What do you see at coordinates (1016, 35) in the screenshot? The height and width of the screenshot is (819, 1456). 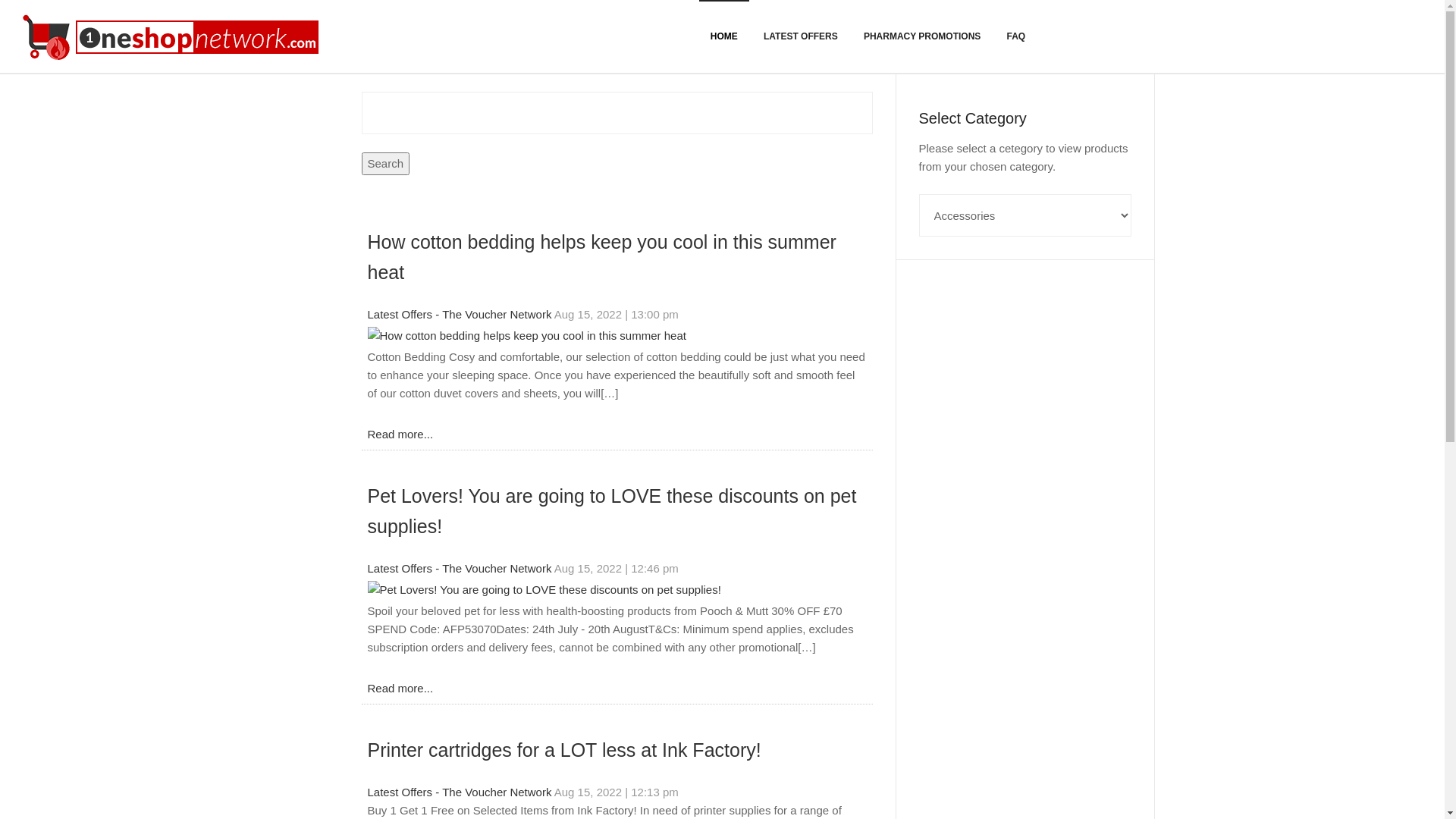 I see `'FAQ'` at bounding box center [1016, 35].